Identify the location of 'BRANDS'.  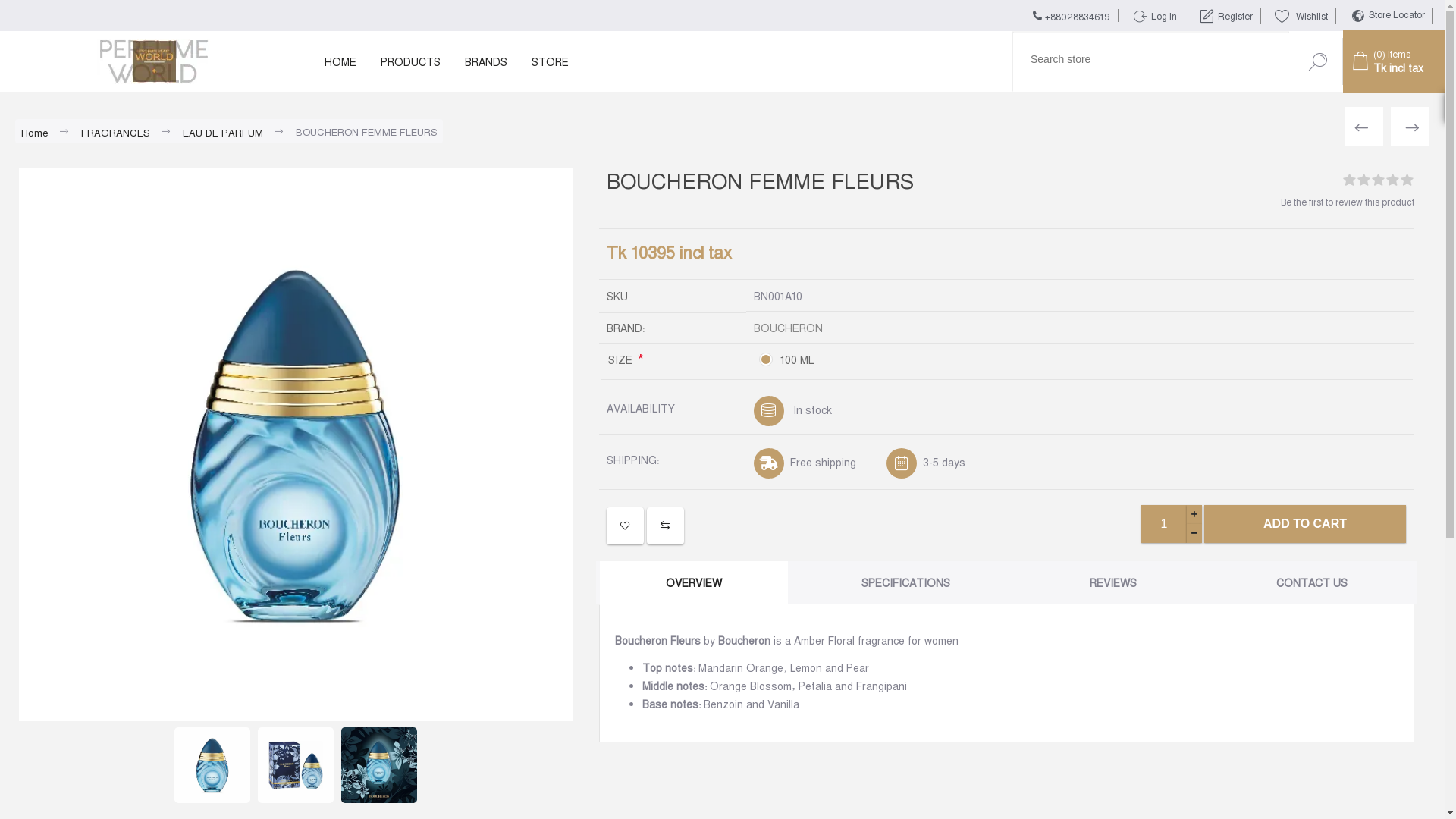
(486, 61).